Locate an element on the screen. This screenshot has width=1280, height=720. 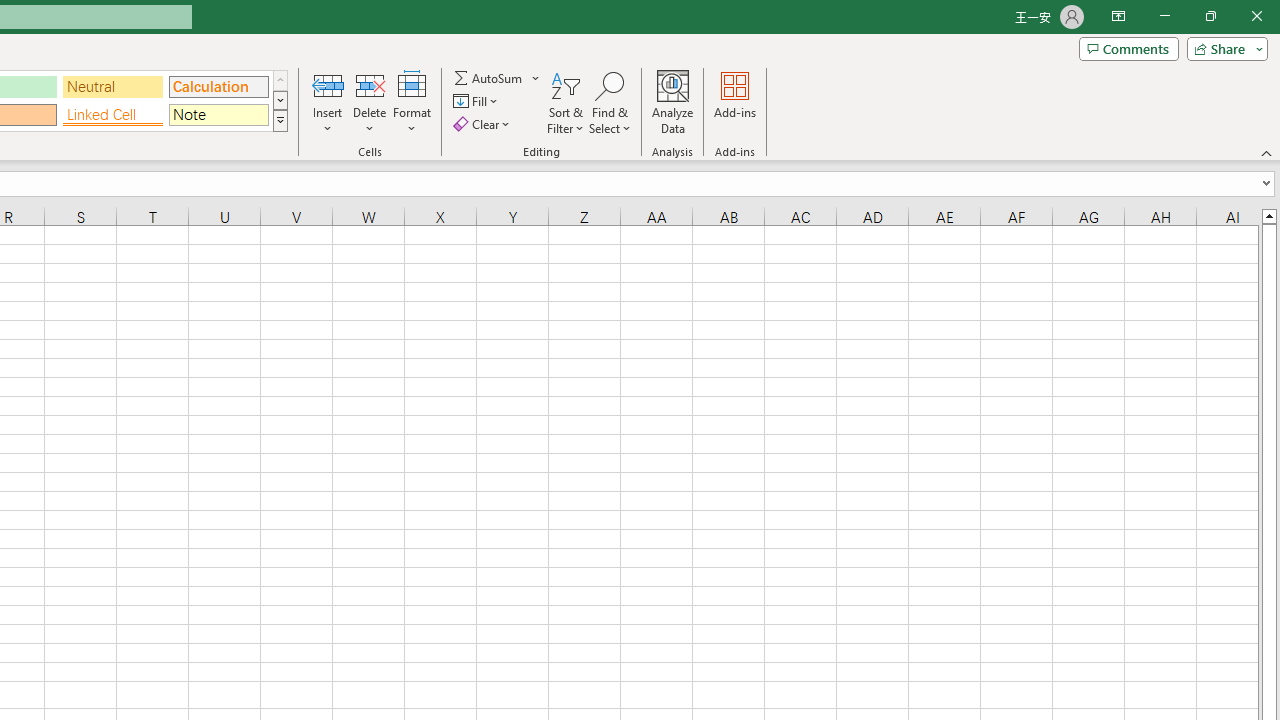
'Sort & Filter' is located at coordinates (565, 103).